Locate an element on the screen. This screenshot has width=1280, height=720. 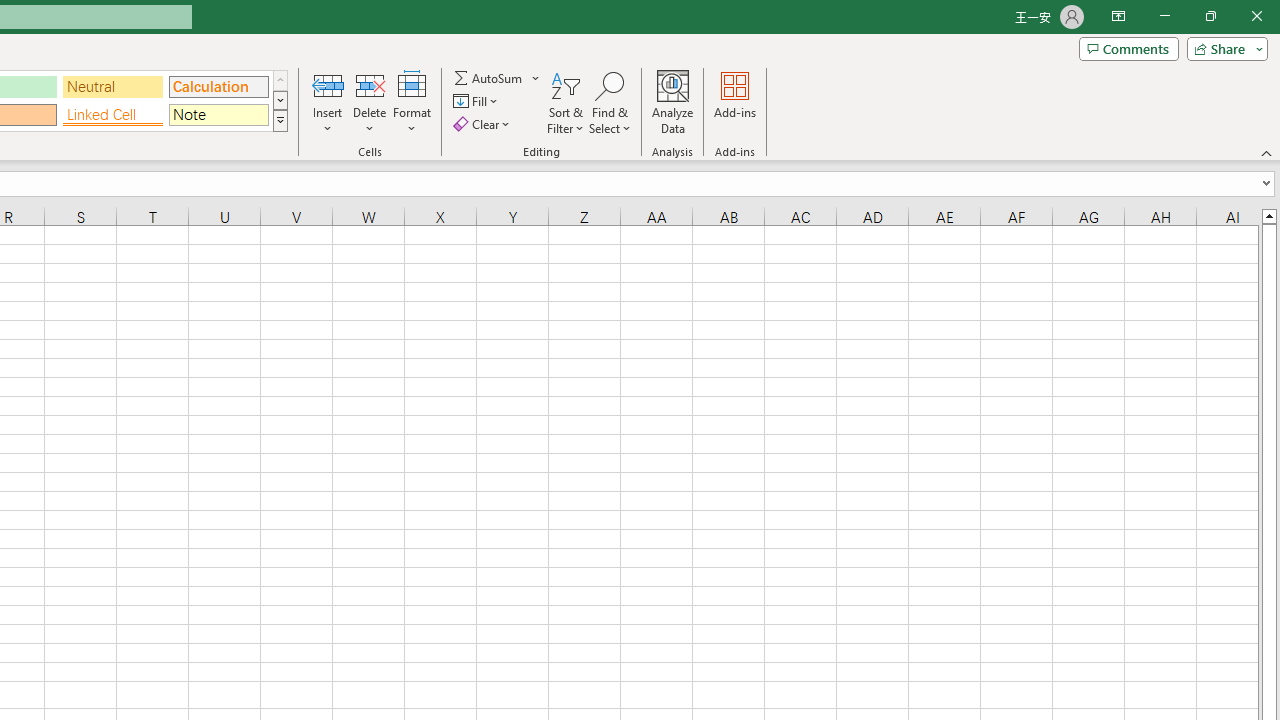
'Sort & Filter' is located at coordinates (565, 103).